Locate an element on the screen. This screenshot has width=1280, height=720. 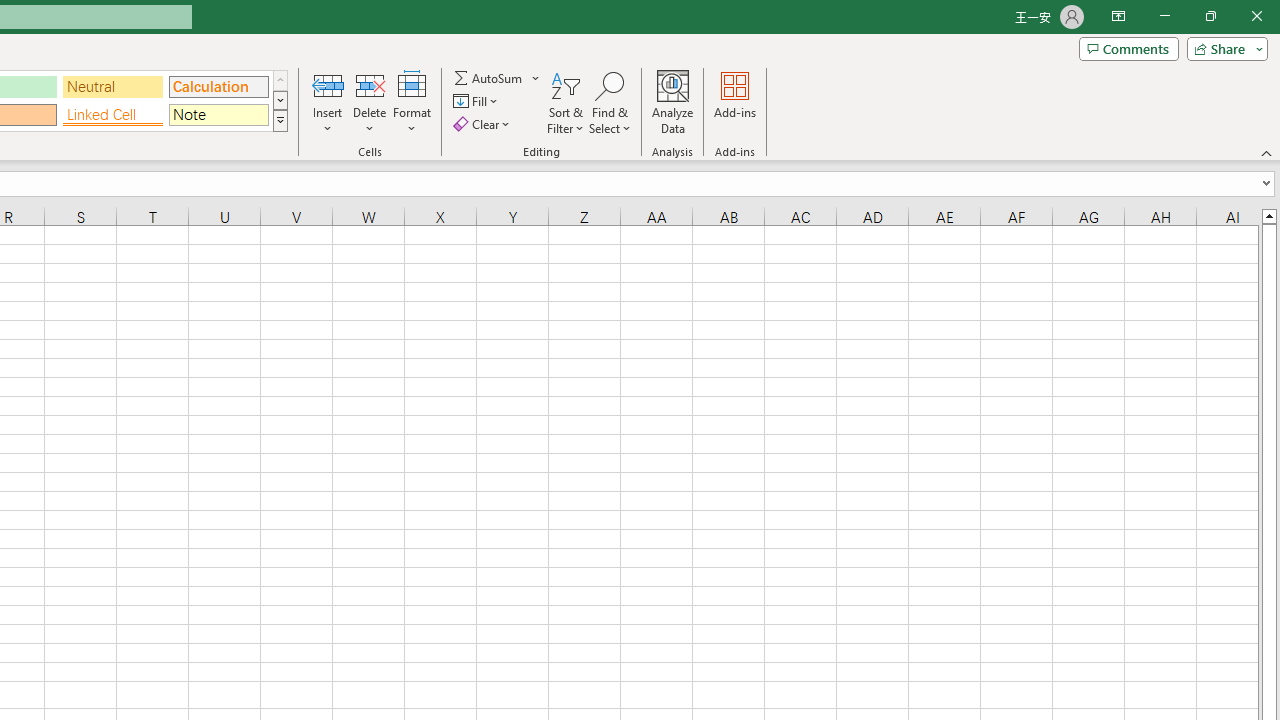
'Sort & Filter' is located at coordinates (565, 103).